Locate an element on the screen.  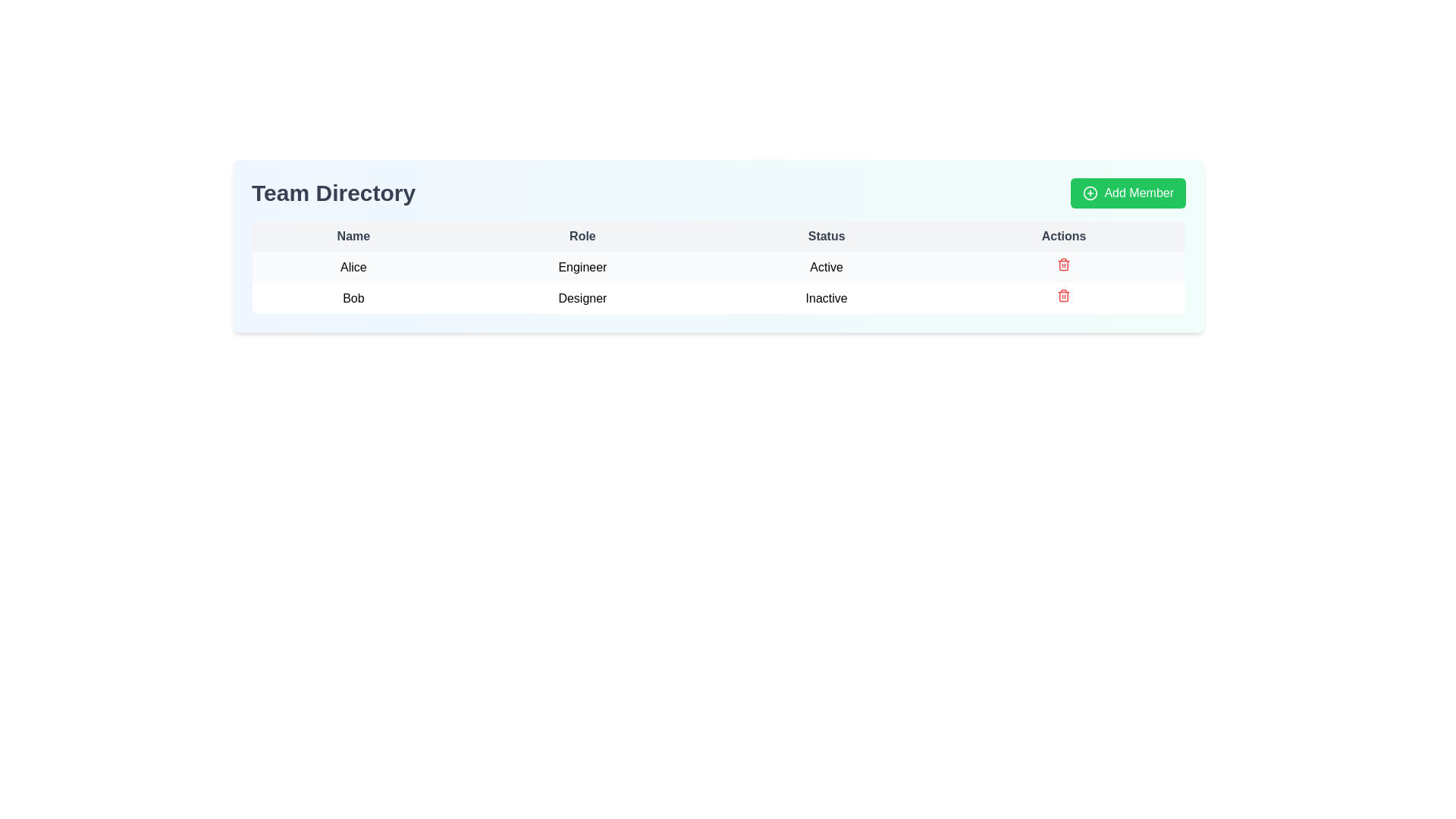
the text label displaying the status 'Inactive' for Bob, located in the second row and third column of the table is located at coordinates (826, 298).